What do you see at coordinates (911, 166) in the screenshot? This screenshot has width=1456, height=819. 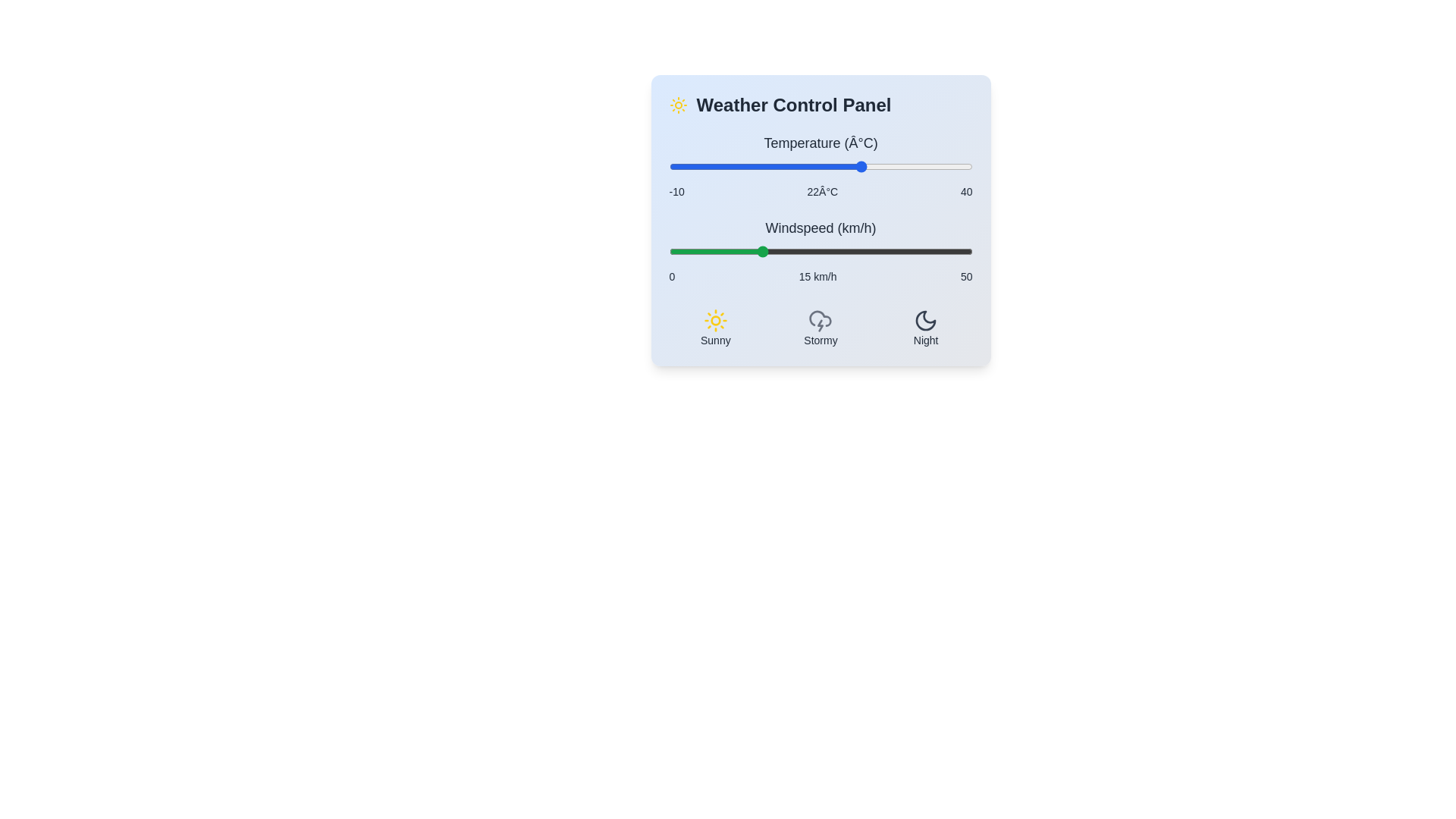 I see `the Temperature slider` at bounding box center [911, 166].